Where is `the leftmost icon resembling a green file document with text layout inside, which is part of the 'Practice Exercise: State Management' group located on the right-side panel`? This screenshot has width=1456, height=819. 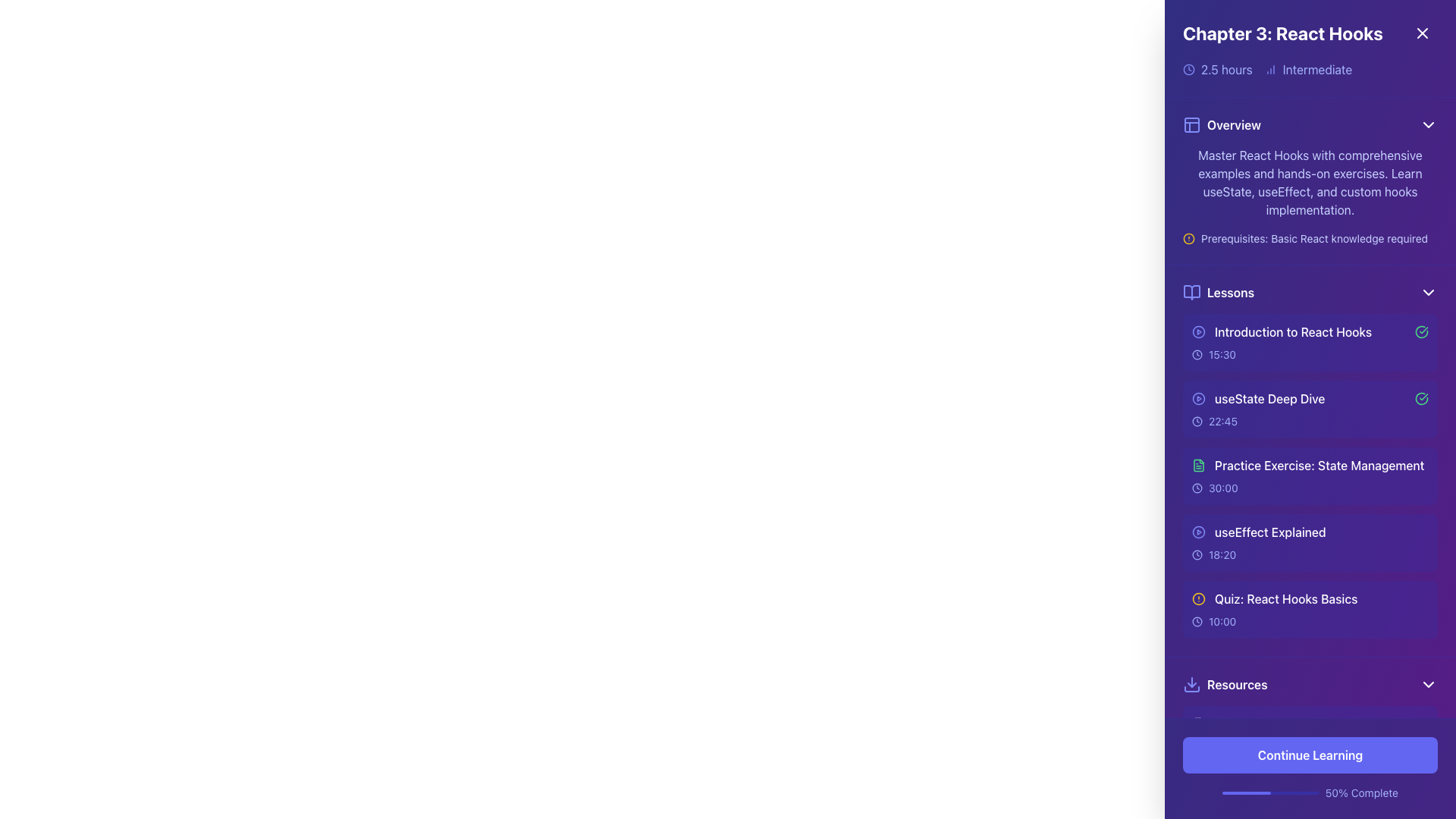
the leftmost icon resembling a green file document with text layout inside, which is part of the 'Practice Exercise: State Management' group located on the right-side panel is located at coordinates (1197, 464).